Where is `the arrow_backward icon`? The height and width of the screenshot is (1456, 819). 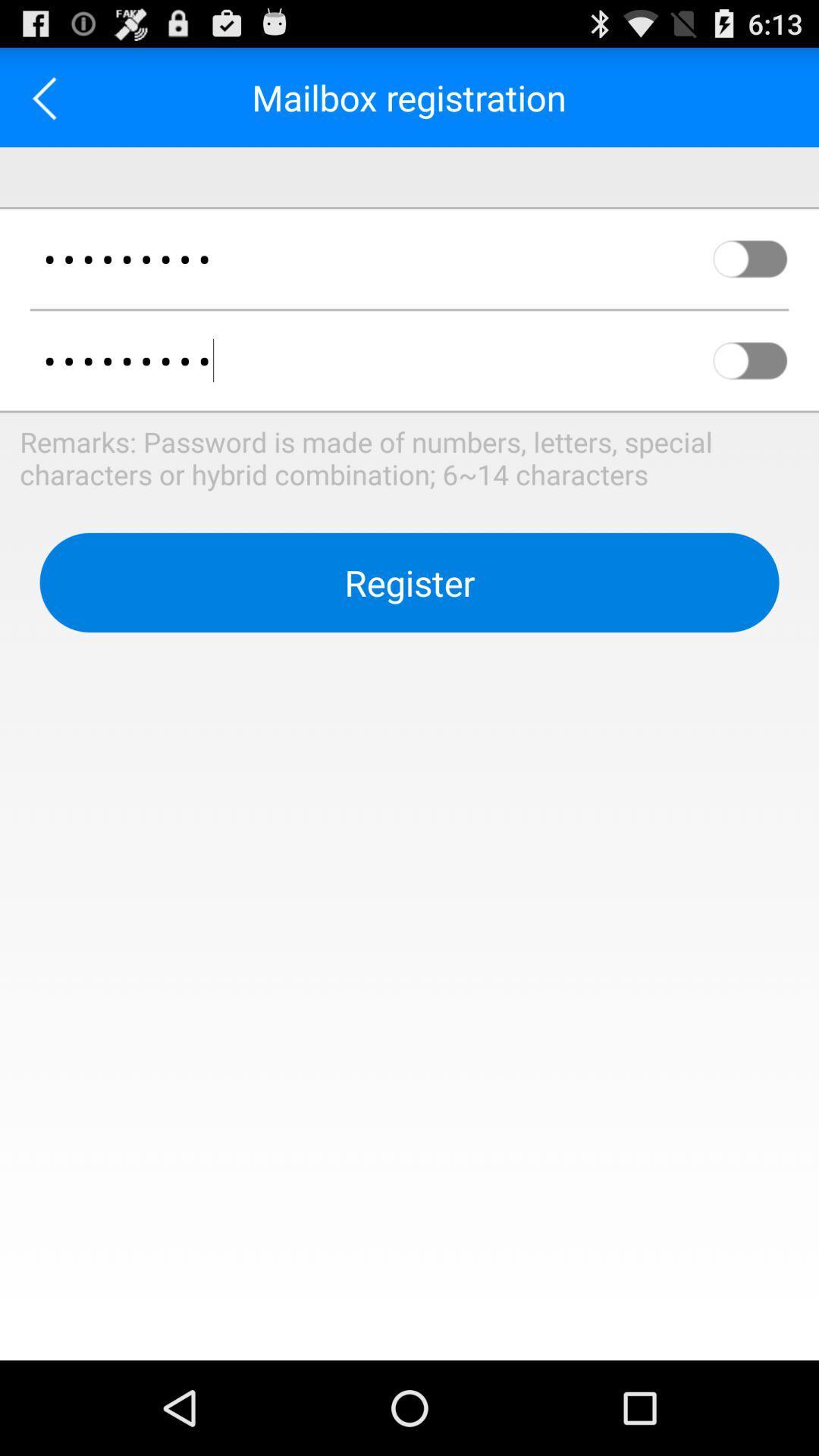 the arrow_backward icon is located at coordinates (49, 103).